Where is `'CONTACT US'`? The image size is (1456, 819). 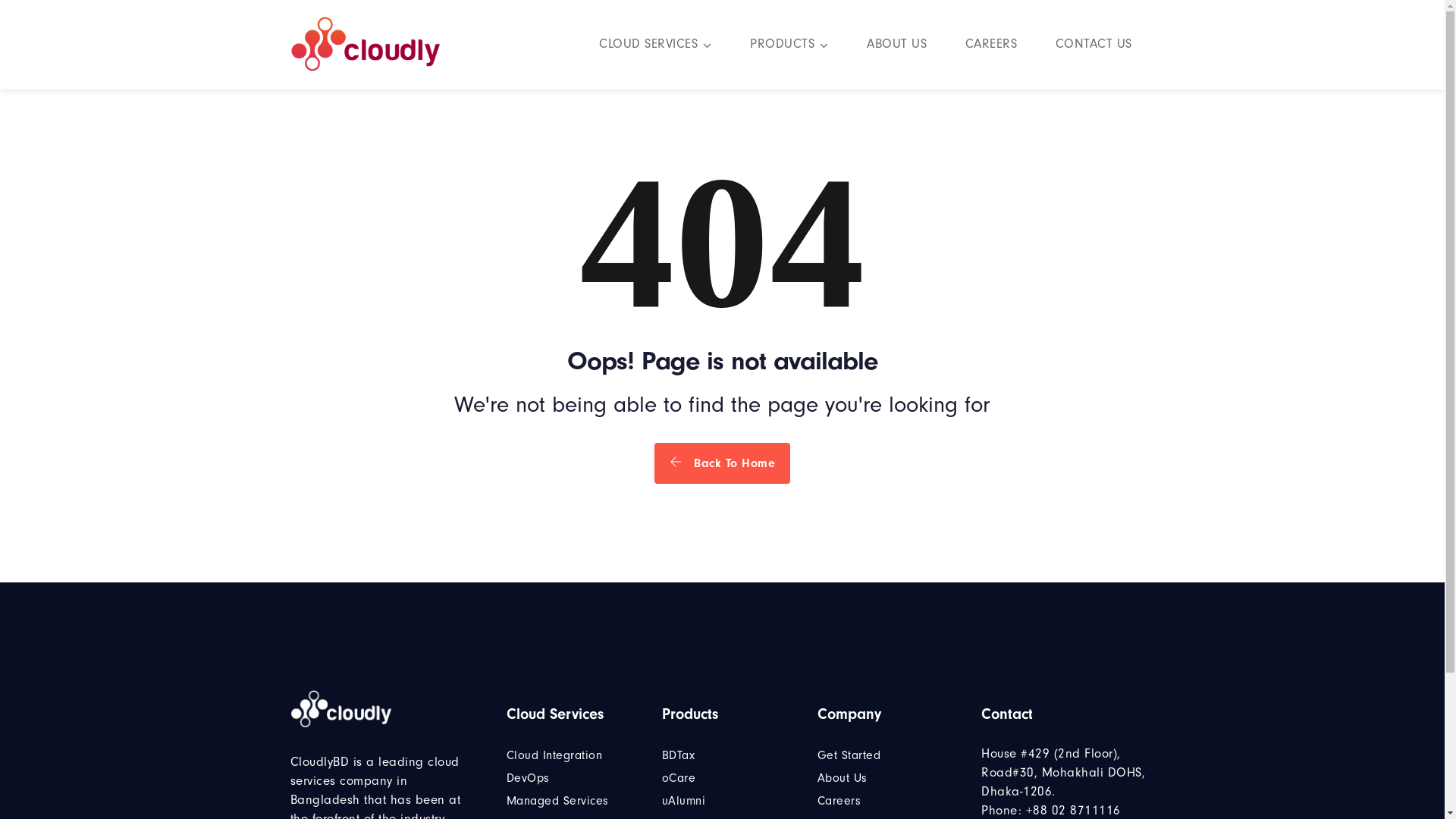 'CONTACT US' is located at coordinates (1094, 45).